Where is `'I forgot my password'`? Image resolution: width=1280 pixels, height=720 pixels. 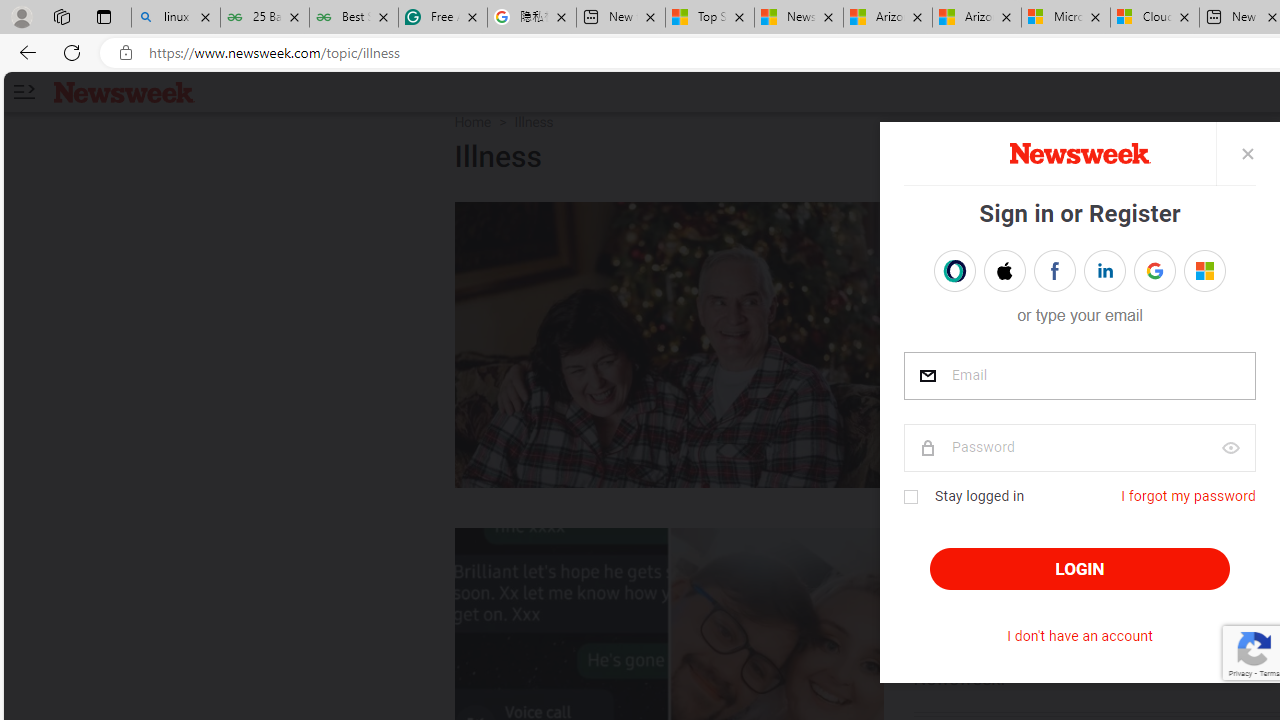 'I forgot my password' is located at coordinates (1187, 495).